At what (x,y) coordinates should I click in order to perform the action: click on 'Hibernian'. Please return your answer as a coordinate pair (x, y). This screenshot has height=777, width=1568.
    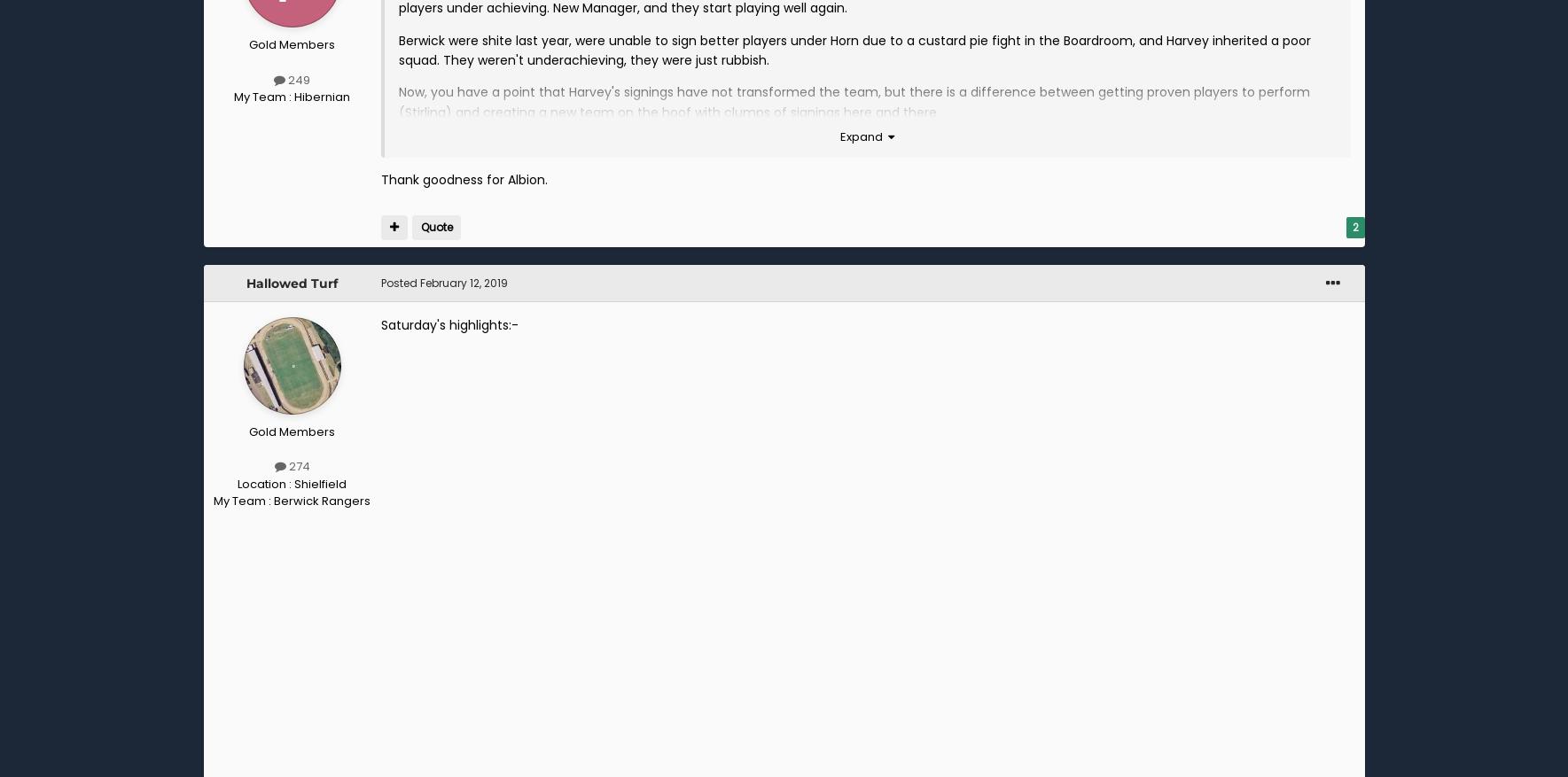
    Looking at the image, I should click on (321, 96).